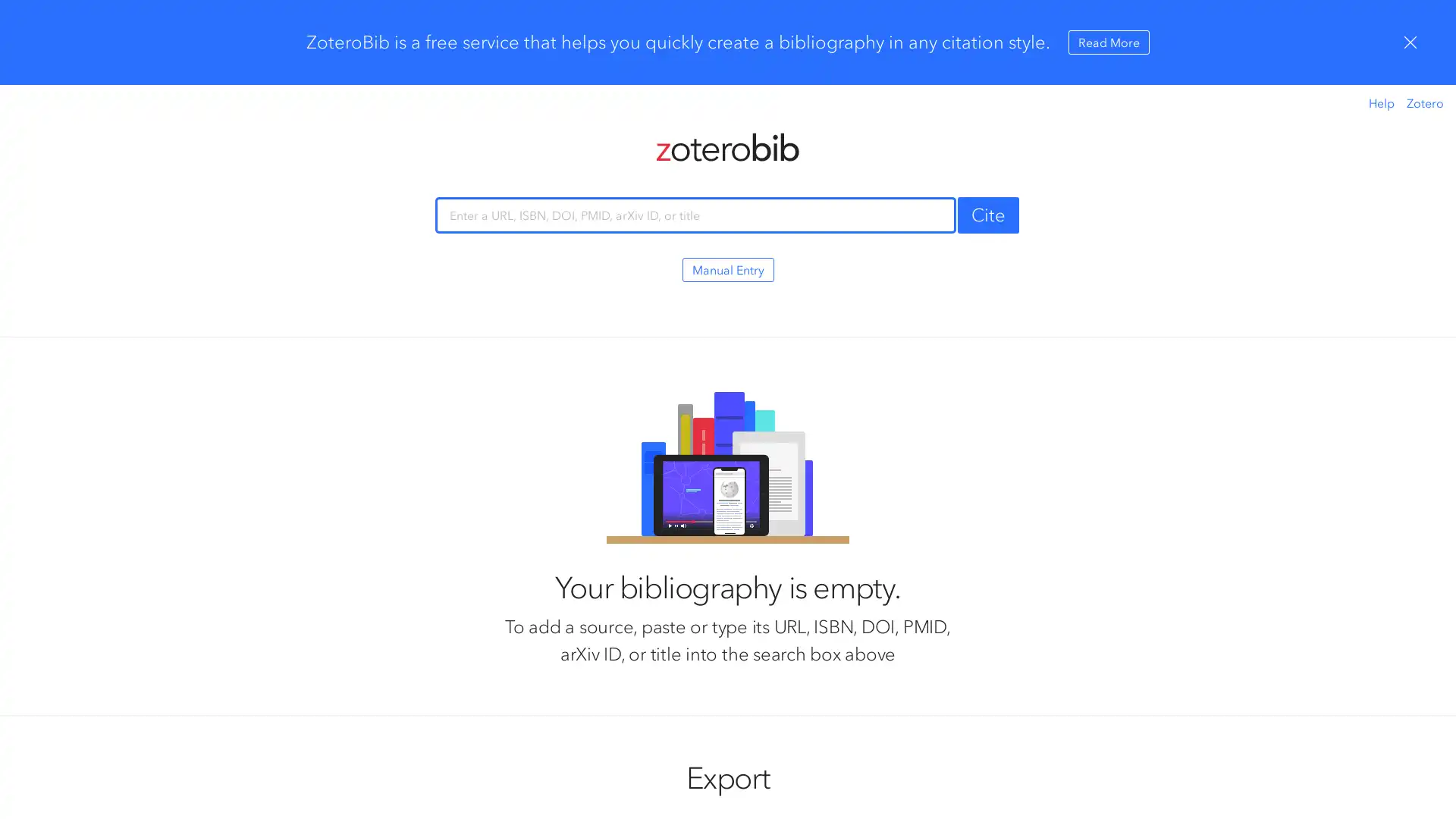 This screenshot has width=1456, height=819. I want to click on Read More, so click(1109, 42).